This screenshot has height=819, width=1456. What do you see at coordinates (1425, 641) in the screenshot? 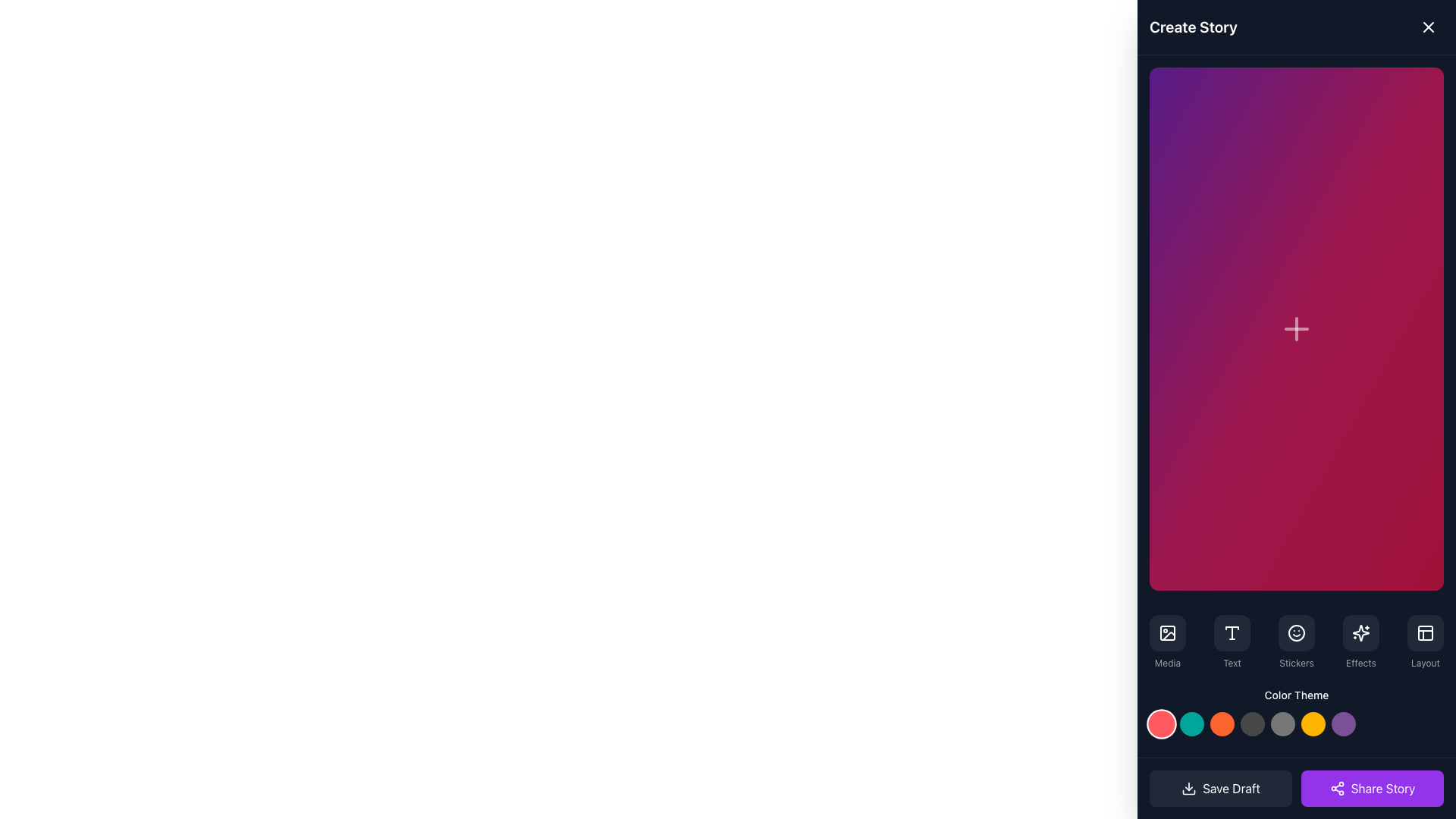
I see `the layout customization button located in the bottom right corner of the interface, which is the fifth option in the horizontally arranged menu` at bounding box center [1425, 641].